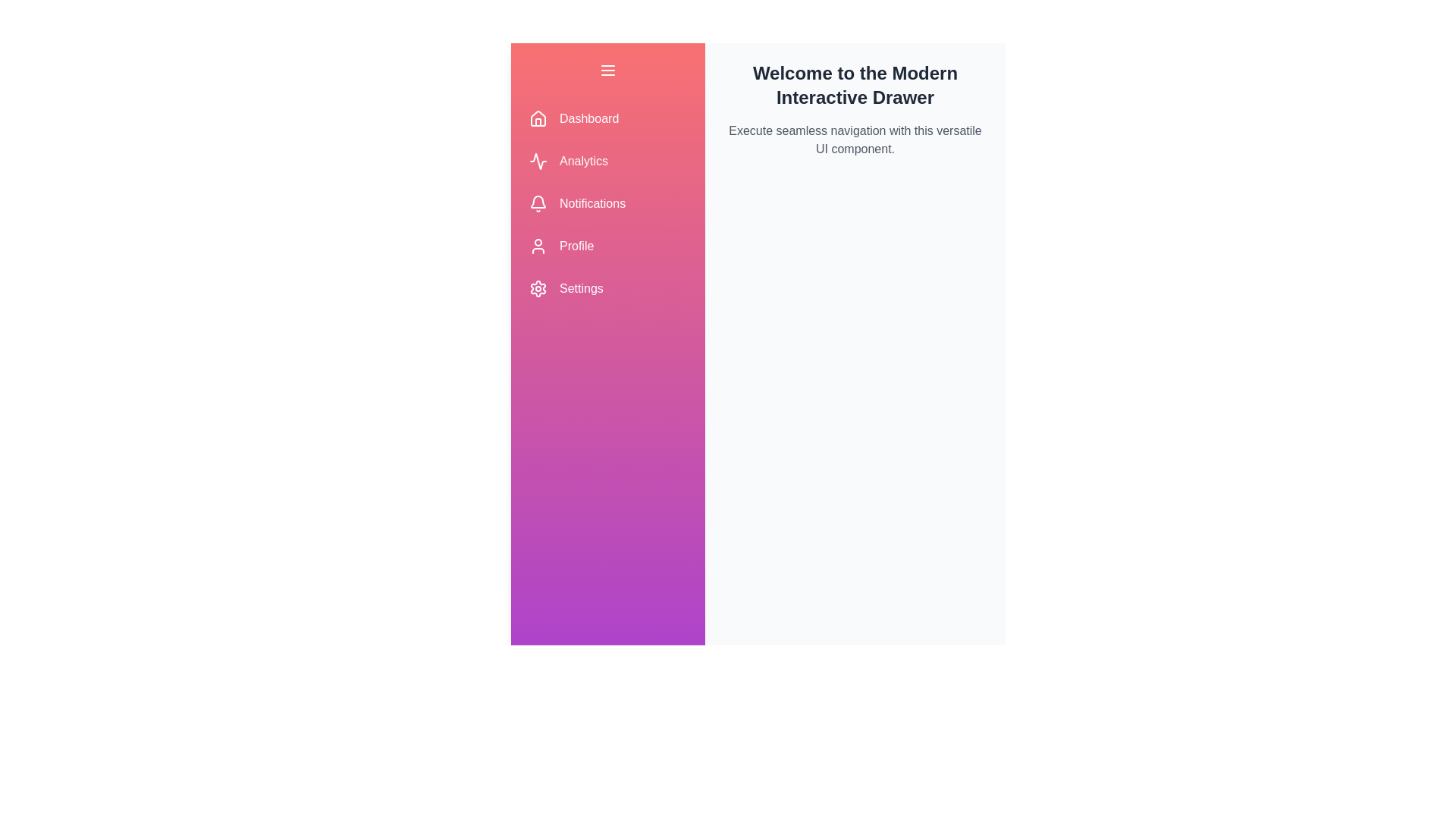  Describe the element at coordinates (607, 161) in the screenshot. I see `the navigation item labeled Analytics` at that location.